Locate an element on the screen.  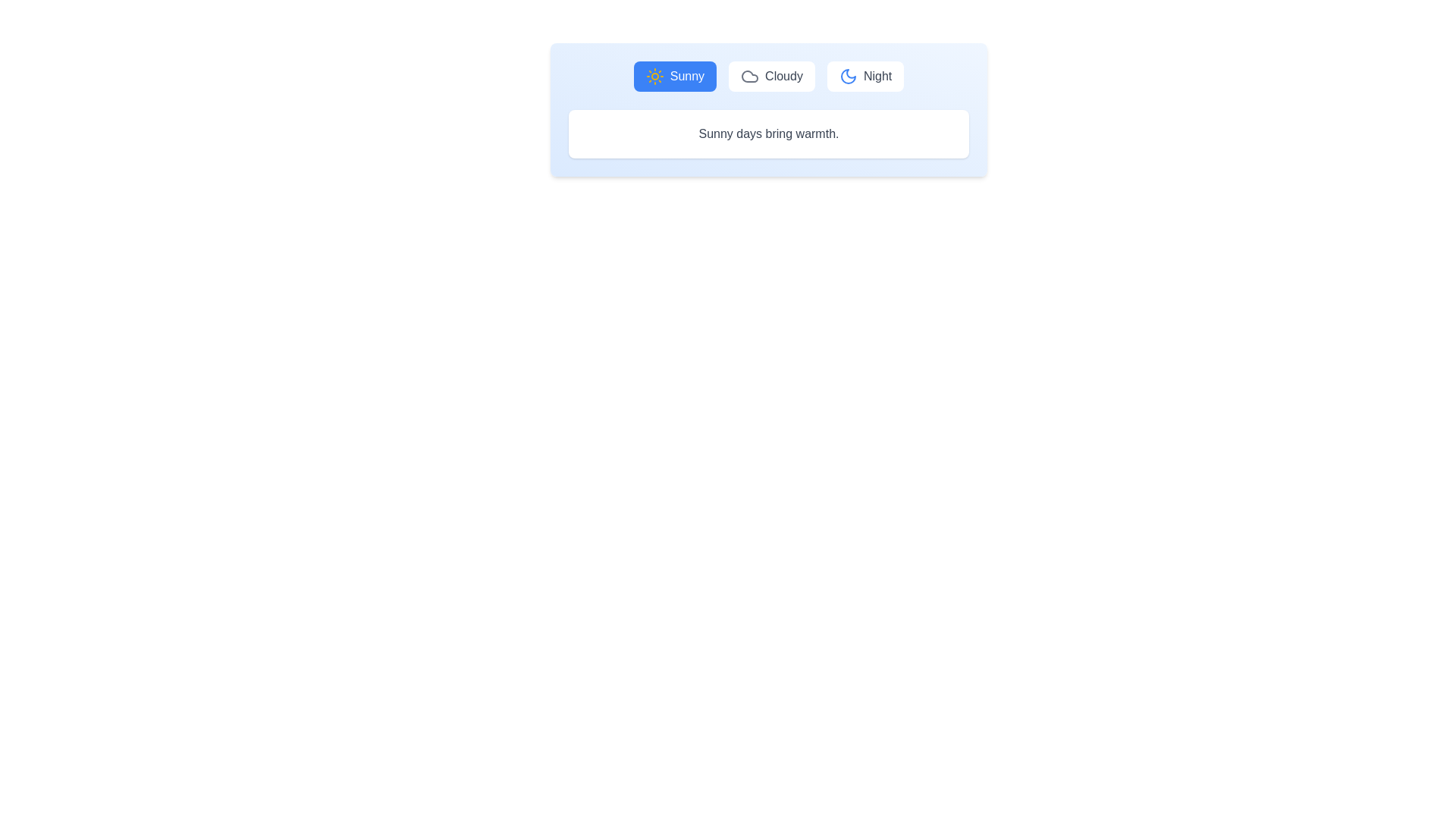
the Night tab to display its content is located at coordinates (865, 76).